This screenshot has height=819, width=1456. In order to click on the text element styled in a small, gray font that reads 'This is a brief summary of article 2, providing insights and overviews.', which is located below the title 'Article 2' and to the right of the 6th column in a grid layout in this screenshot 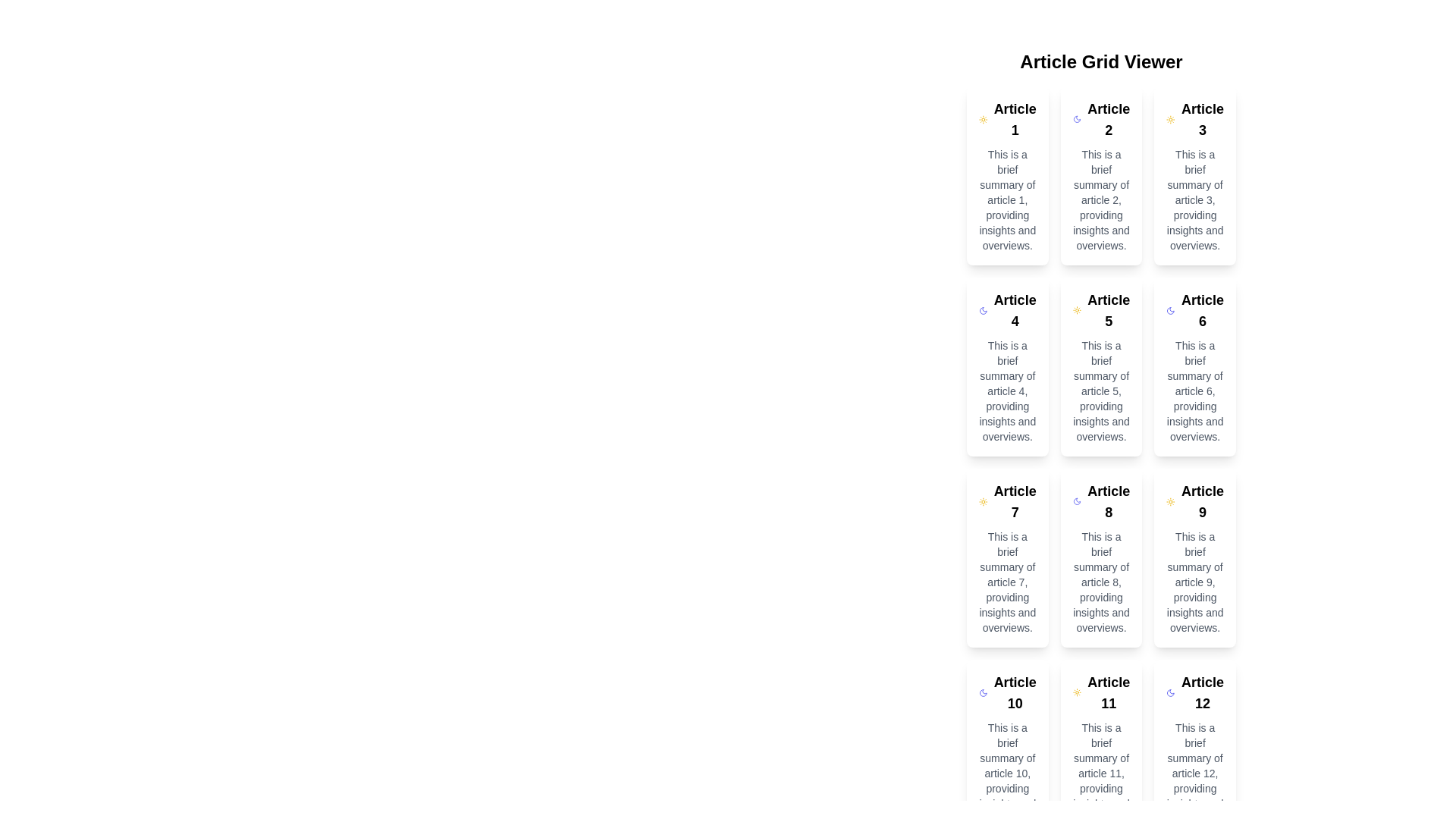, I will do `click(1101, 199)`.